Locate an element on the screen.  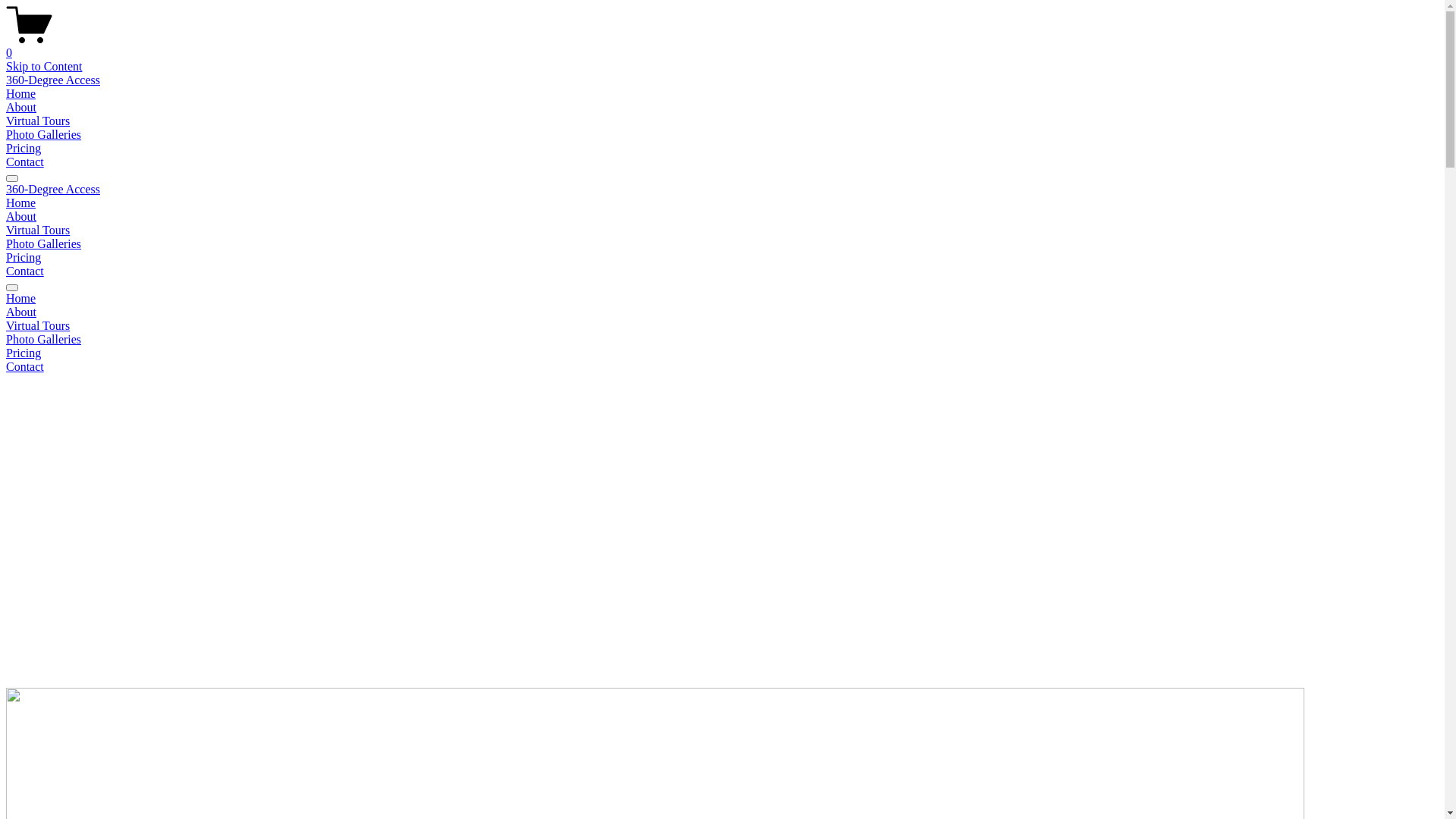
'About' is located at coordinates (721, 312).